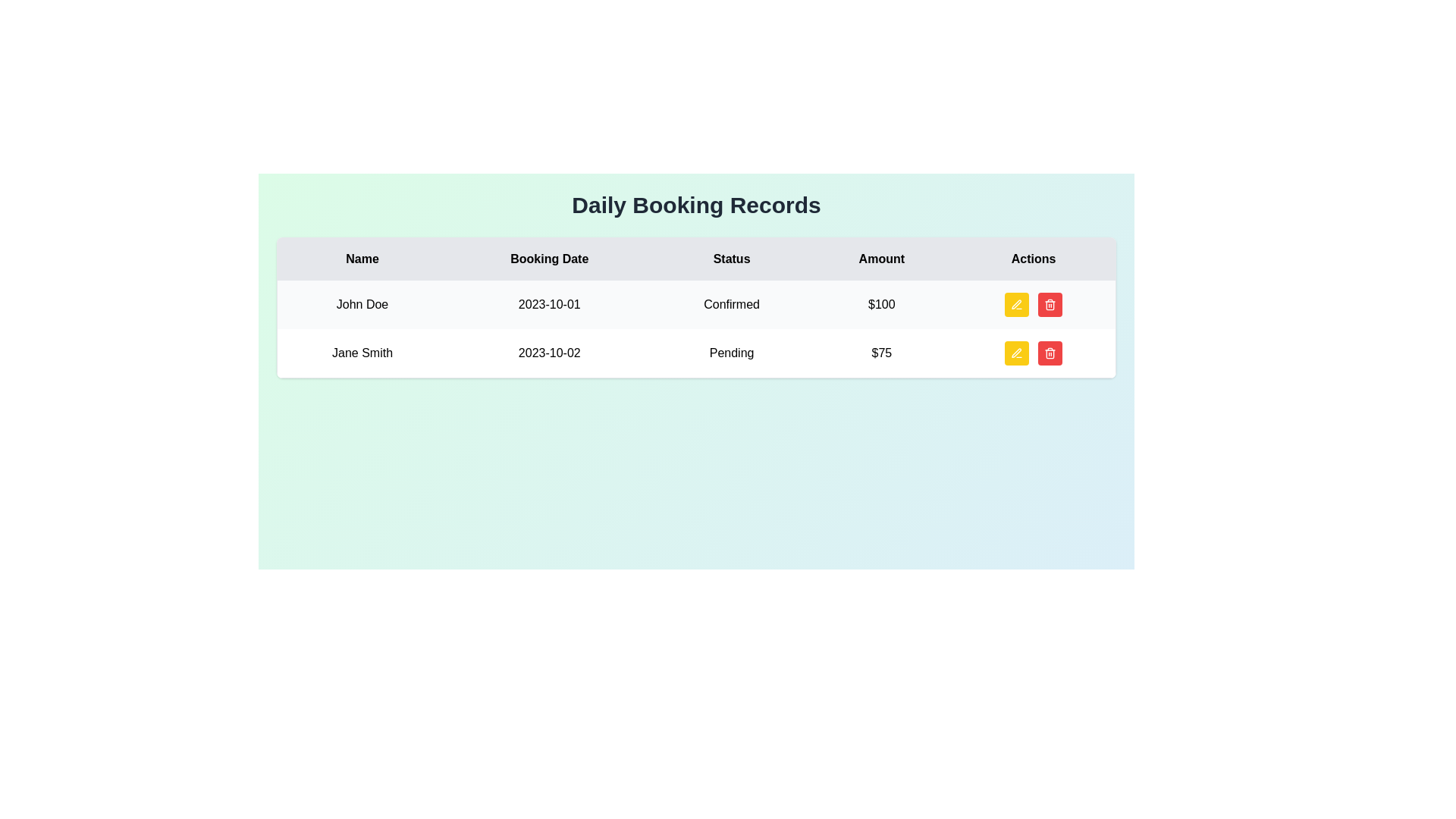 This screenshot has width=1456, height=819. Describe the element at coordinates (1033, 258) in the screenshot. I see `the header label for the 'Actions' column in the table, which is the last cell in the header row following 'Name', 'Booking Date', 'Status', and 'Amount'` at that location.